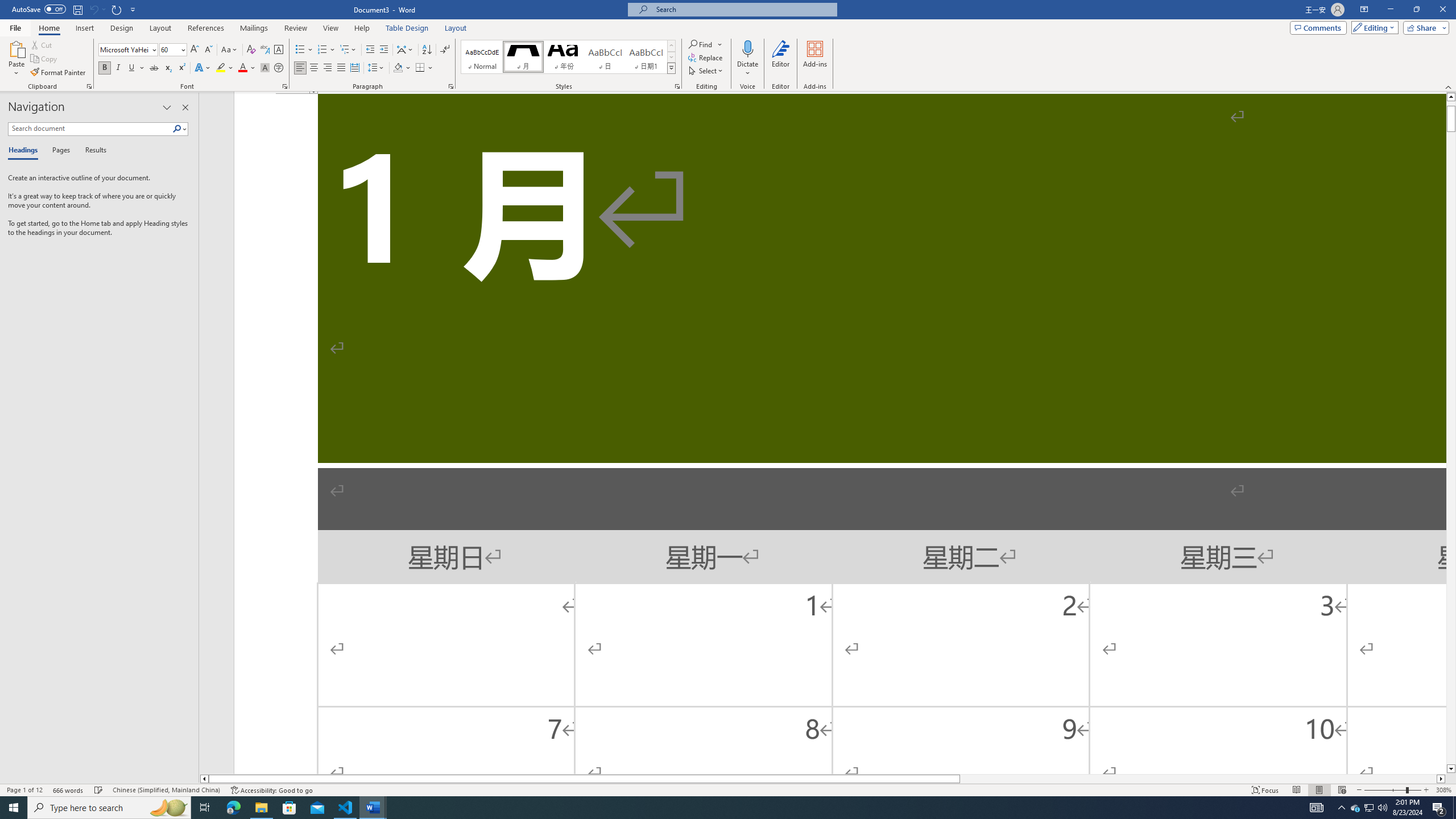  Describe the element at coordinates (93, 9) in the screenshot. I see `'Can'` at that location.